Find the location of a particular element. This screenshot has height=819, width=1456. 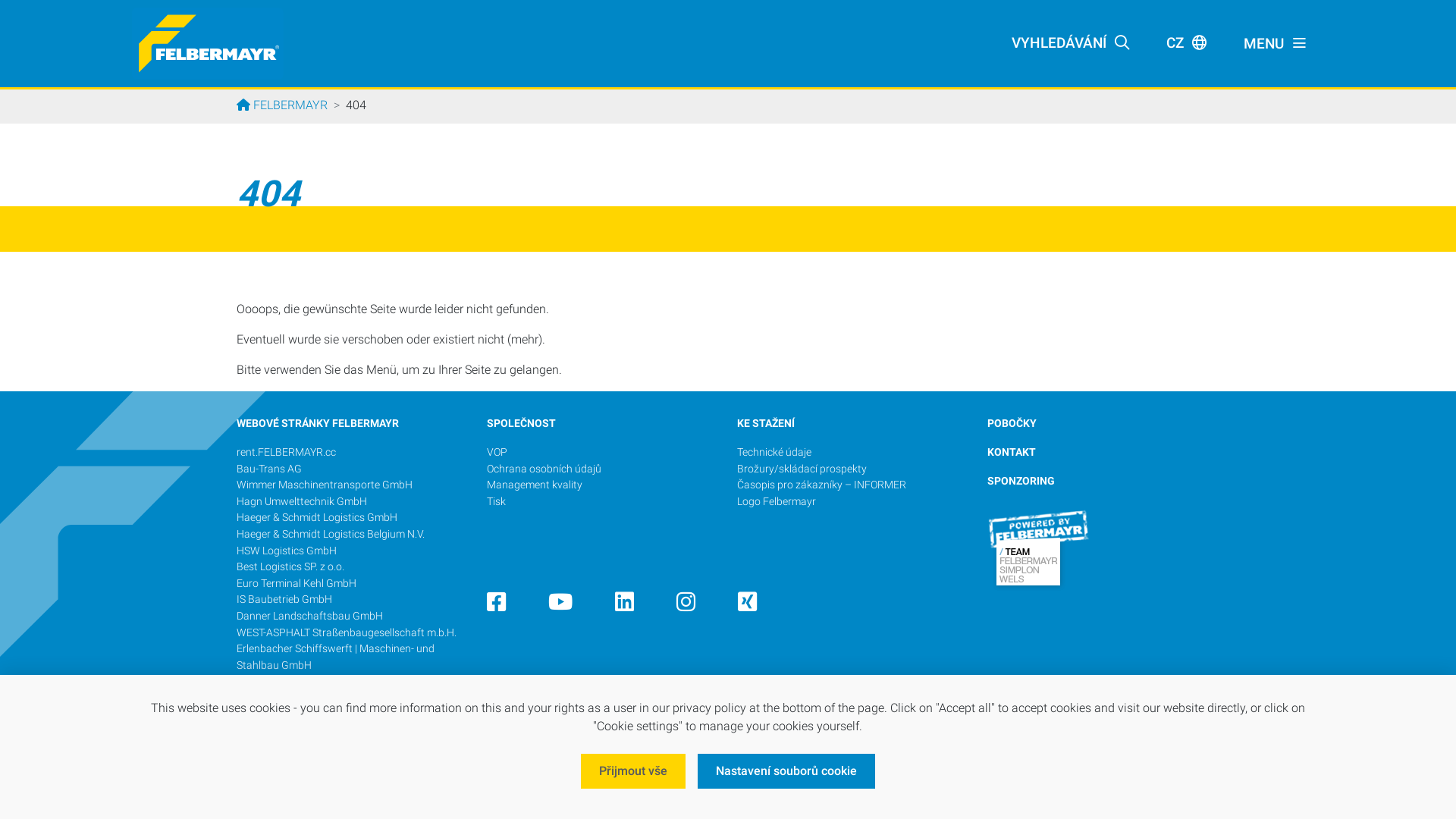

'Tisk' is located at coordinates (496, 501).